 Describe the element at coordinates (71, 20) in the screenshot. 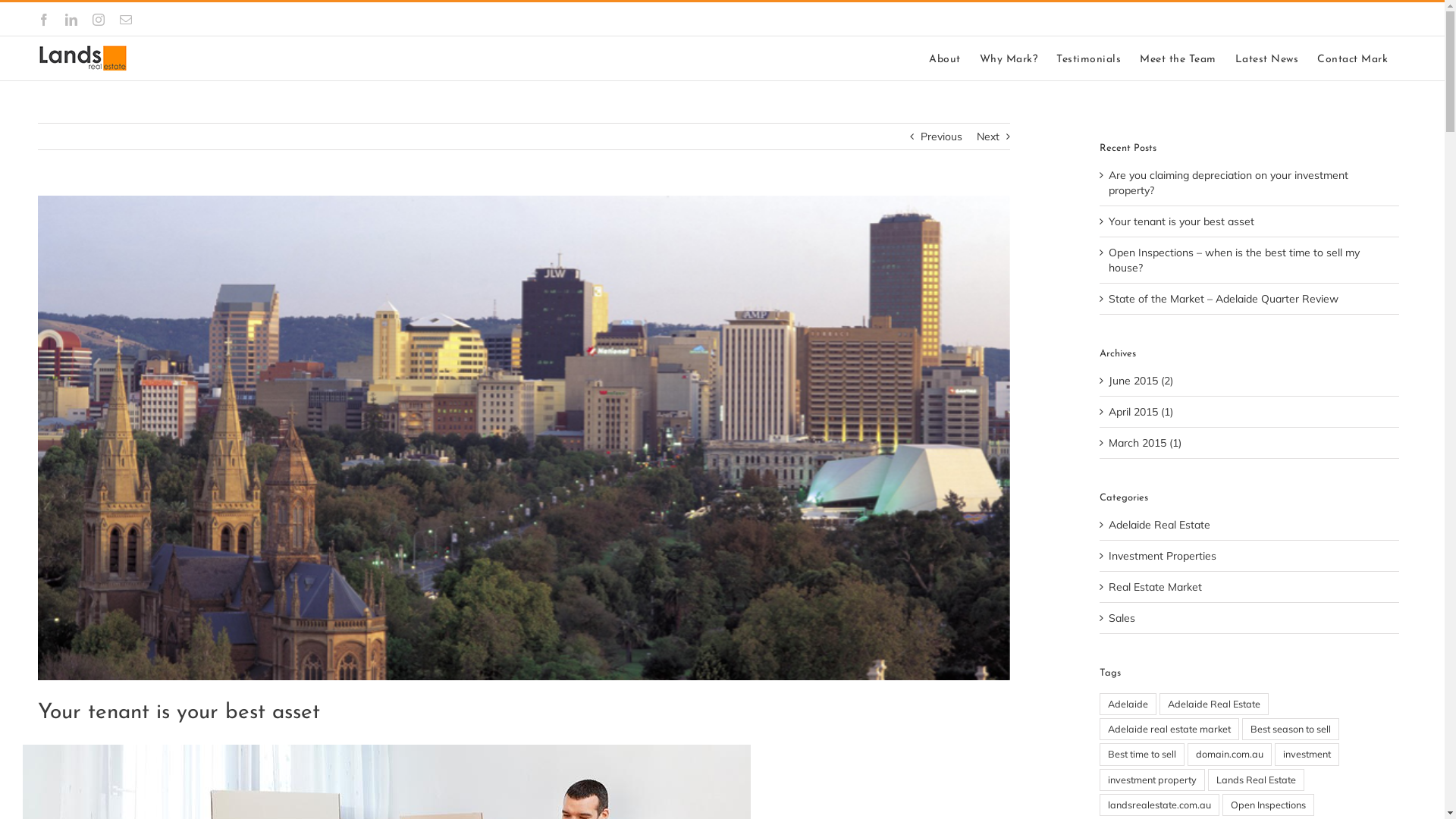

I see `'LinkedIn'` at that location.